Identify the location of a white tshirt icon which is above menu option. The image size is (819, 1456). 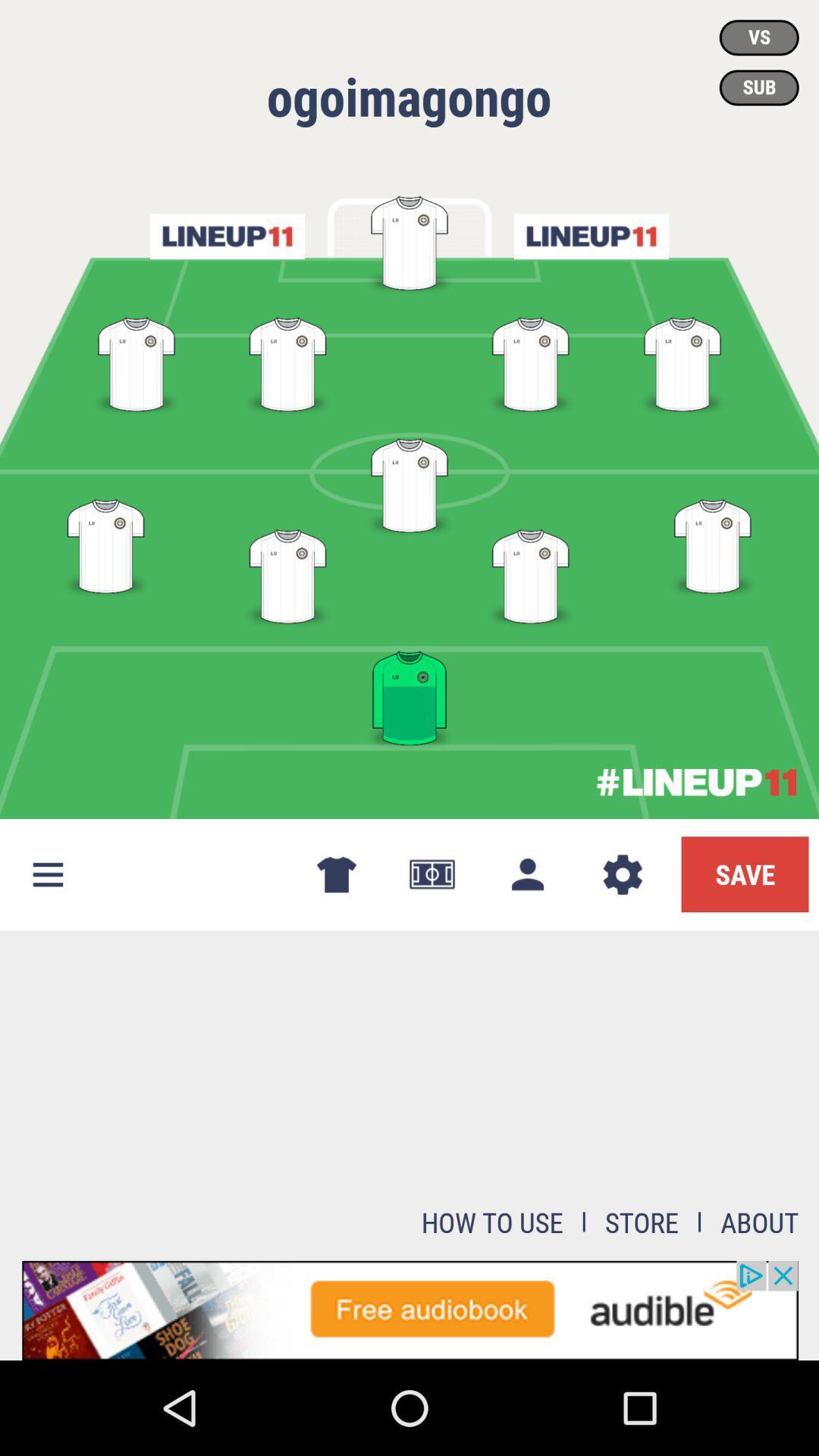
(105, 543).